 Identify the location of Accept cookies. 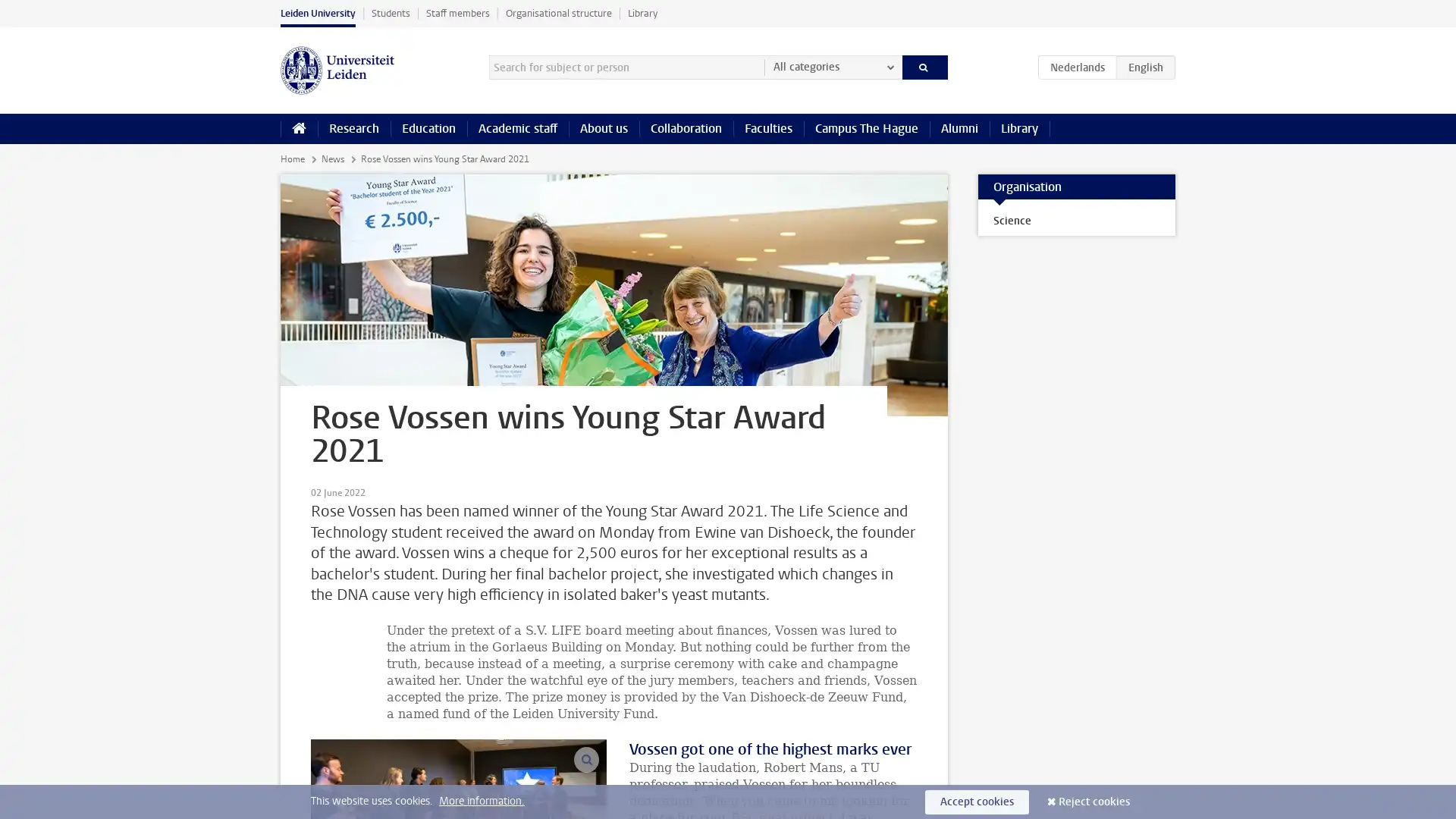
(977, 801).